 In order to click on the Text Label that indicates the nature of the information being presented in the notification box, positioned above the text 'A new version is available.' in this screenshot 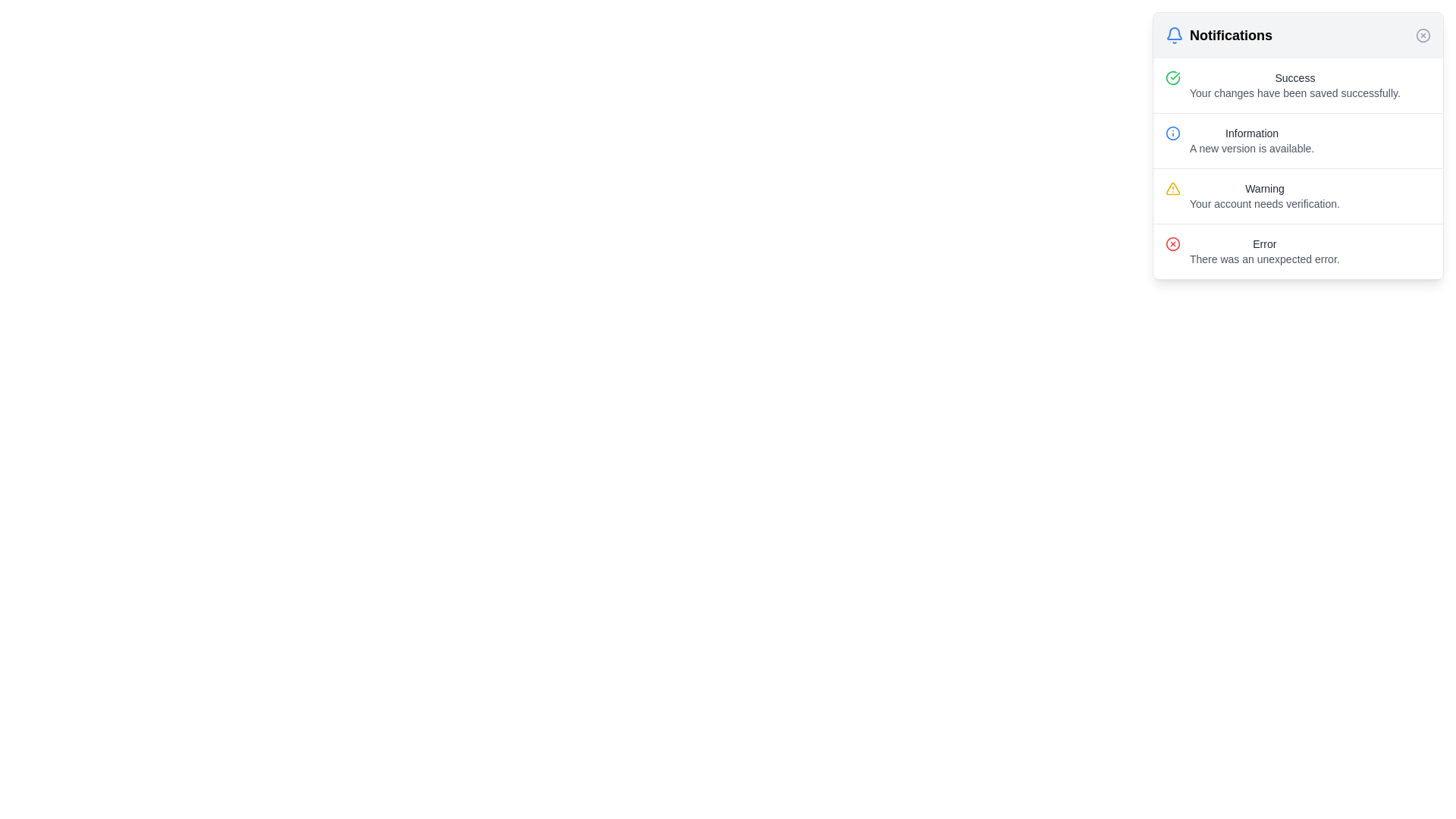, I will do `click(1252, 133)`.